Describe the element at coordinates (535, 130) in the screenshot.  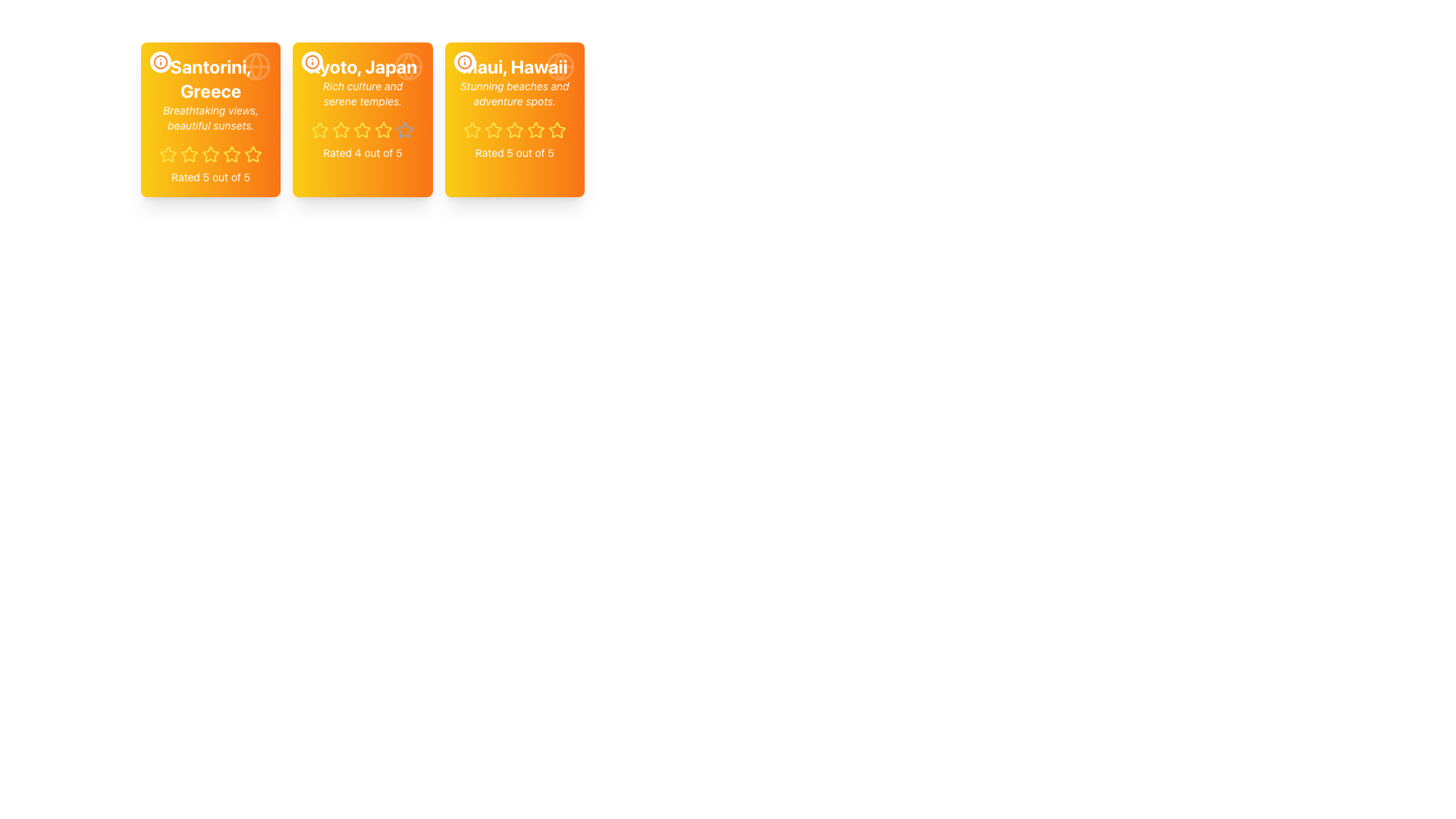
I see `the filled star icon representing the maximum rating in the five-star rating system for the 'Maui, Hawaii' card` at that location.